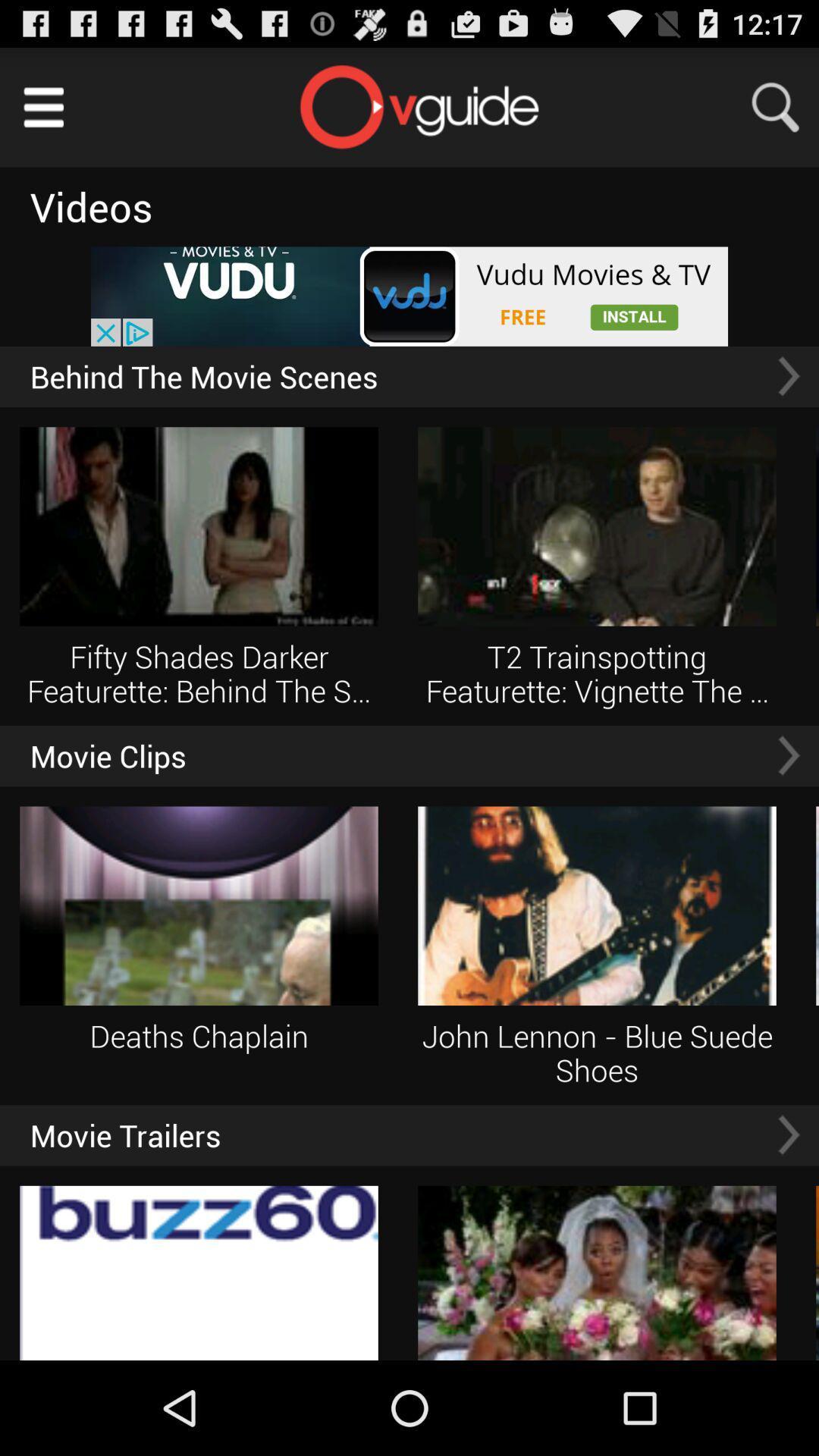 The image size is (819, 1456). Describe the element at coordinates (788, 755) in the screenshot. I see `see more videos` at that location.